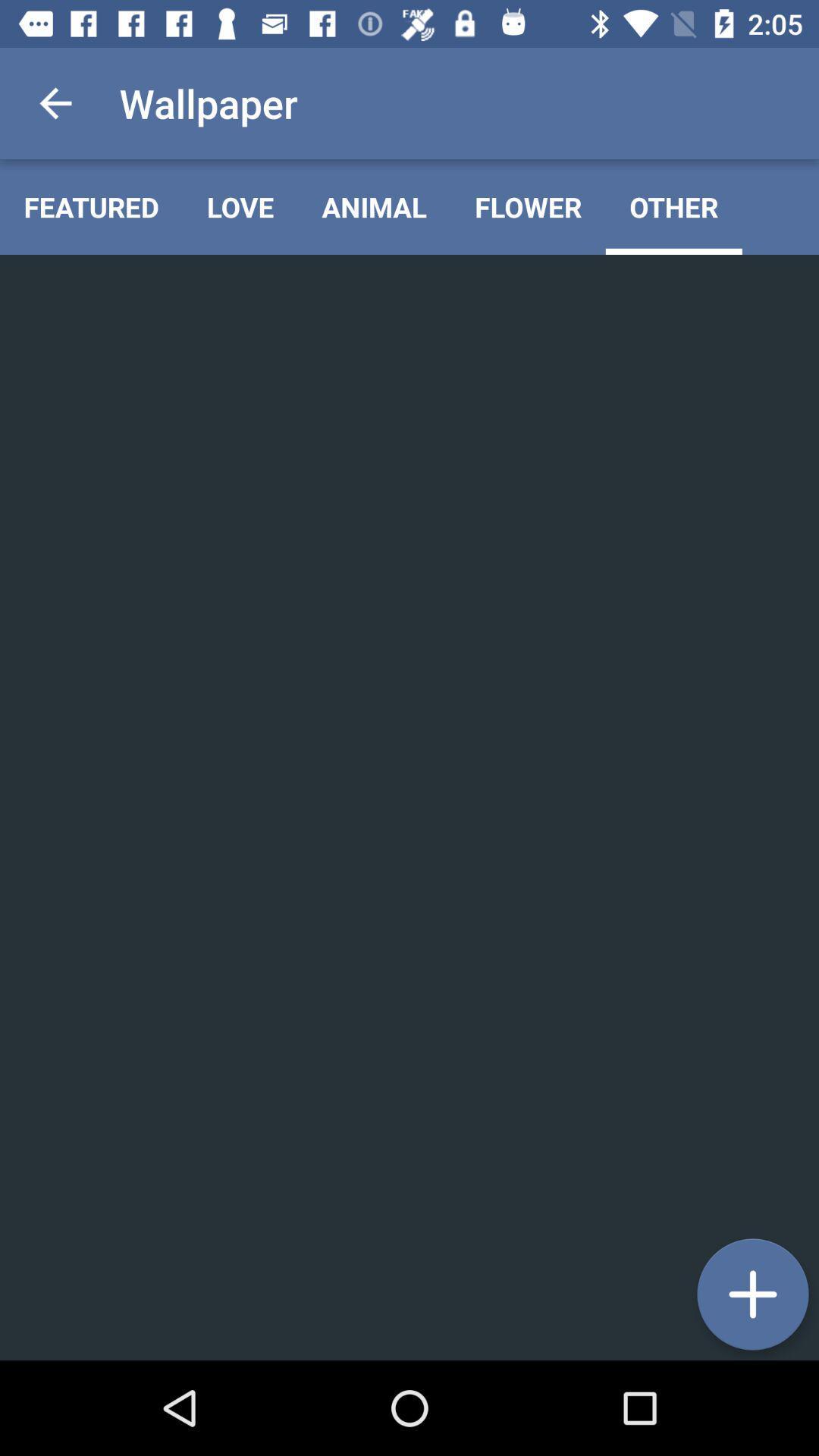 Image resolution: width=819 pixels, height=1456 pixels. Describe the element at coordinates (240, 206) in the screenshot. I see `love item` at that location.